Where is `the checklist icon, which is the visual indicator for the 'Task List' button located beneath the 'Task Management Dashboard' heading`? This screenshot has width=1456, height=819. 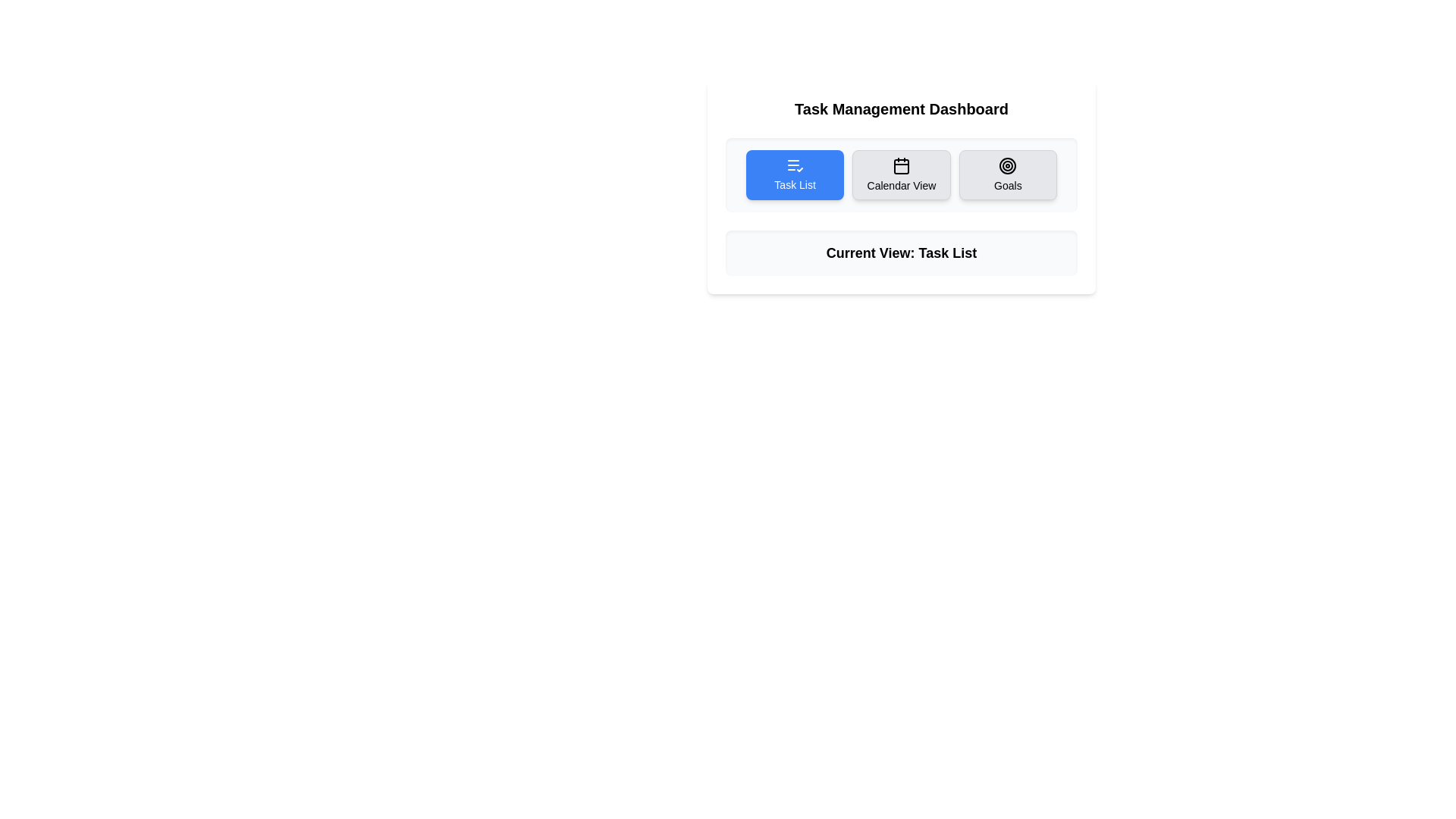
the checklist icon, which is the visual indicator for the 'Task List' button located beneath the 'Task Management Dashboard' heading is located at coordinates (794, 165).